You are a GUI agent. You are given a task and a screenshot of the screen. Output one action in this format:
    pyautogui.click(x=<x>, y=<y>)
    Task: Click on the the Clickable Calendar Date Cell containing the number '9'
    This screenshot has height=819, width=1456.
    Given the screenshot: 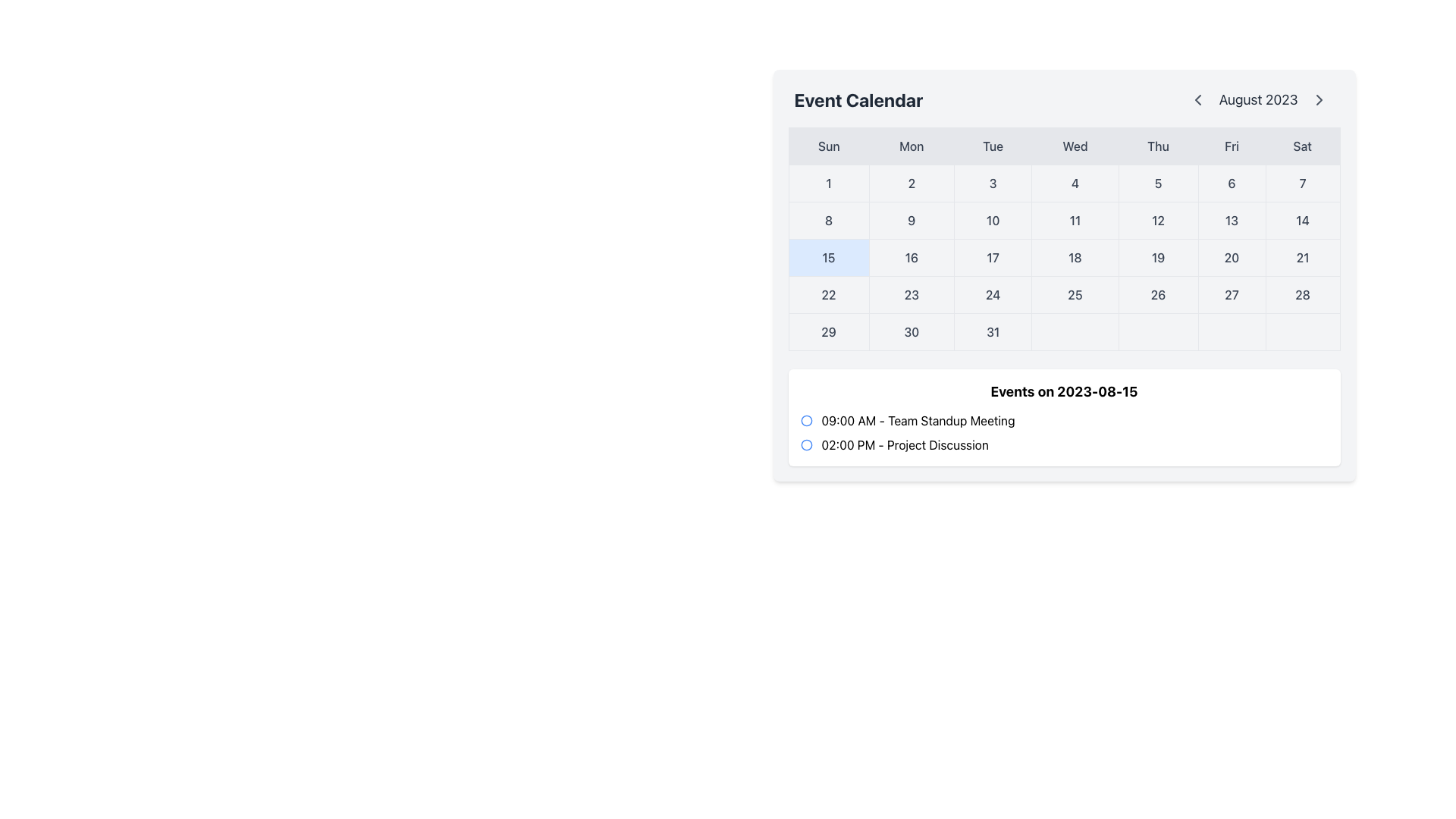 What is the action you would take?
    pyautogui.click(x=911, y=220)
    